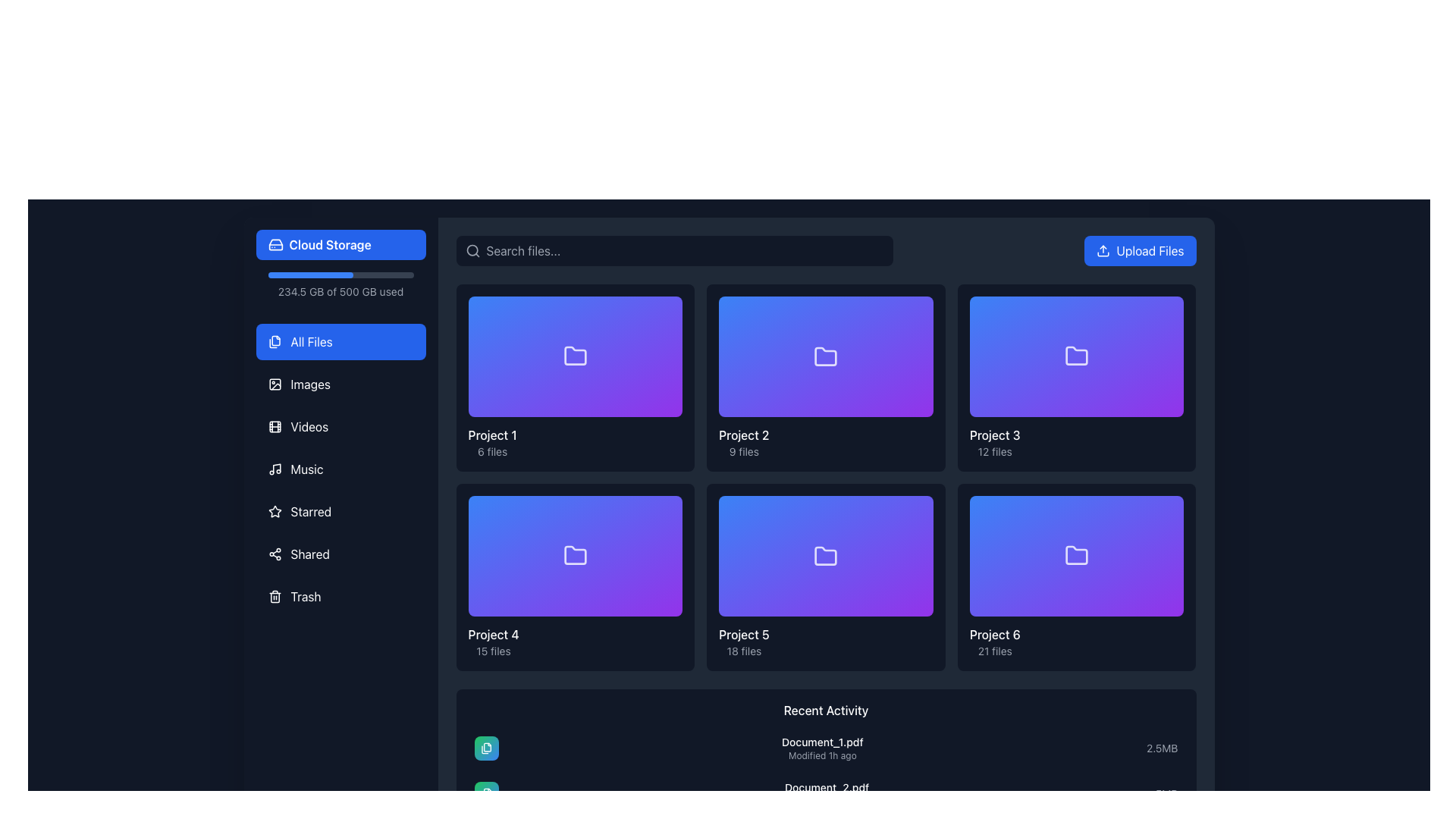 The height and width of the screenshot is (819, 1456). What do you see at coordinates (744, 442) in the screenshot?
I see `the text block labeled 'Project 2' which provides information about the project folder and its files` at bounding box center [744, 442].